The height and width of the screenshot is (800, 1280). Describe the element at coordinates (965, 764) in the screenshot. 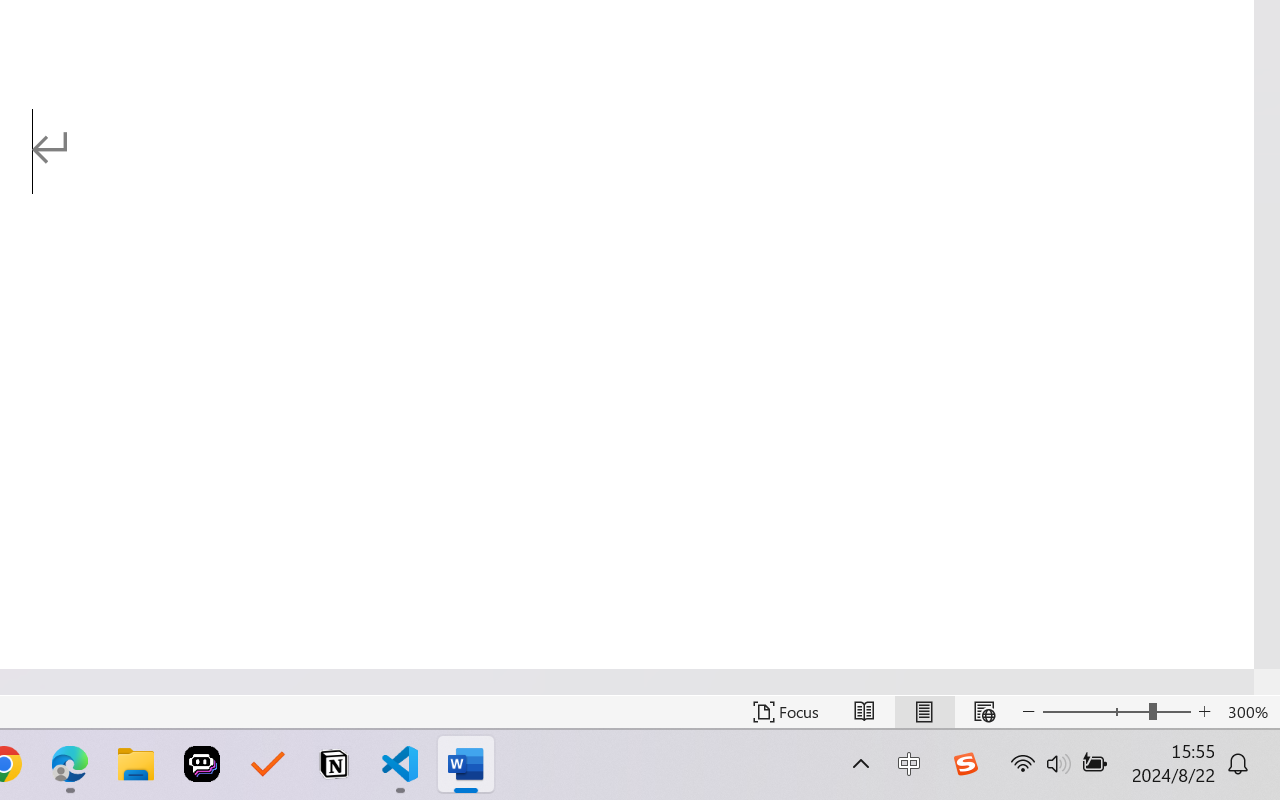

I see `'Class: Image'` at that location.